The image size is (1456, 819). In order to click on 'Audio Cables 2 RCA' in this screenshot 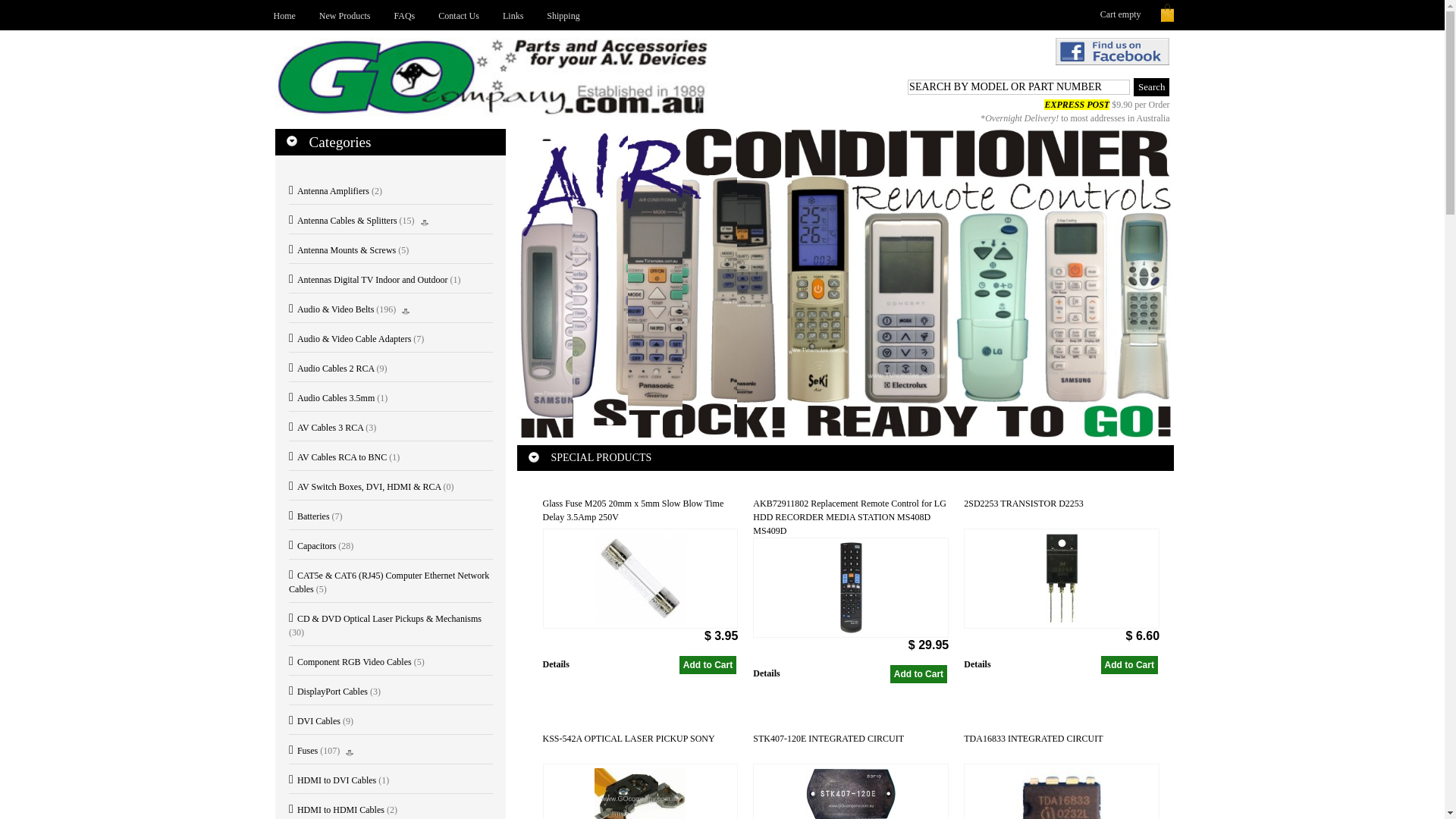, I will do `click(331, 369)`.